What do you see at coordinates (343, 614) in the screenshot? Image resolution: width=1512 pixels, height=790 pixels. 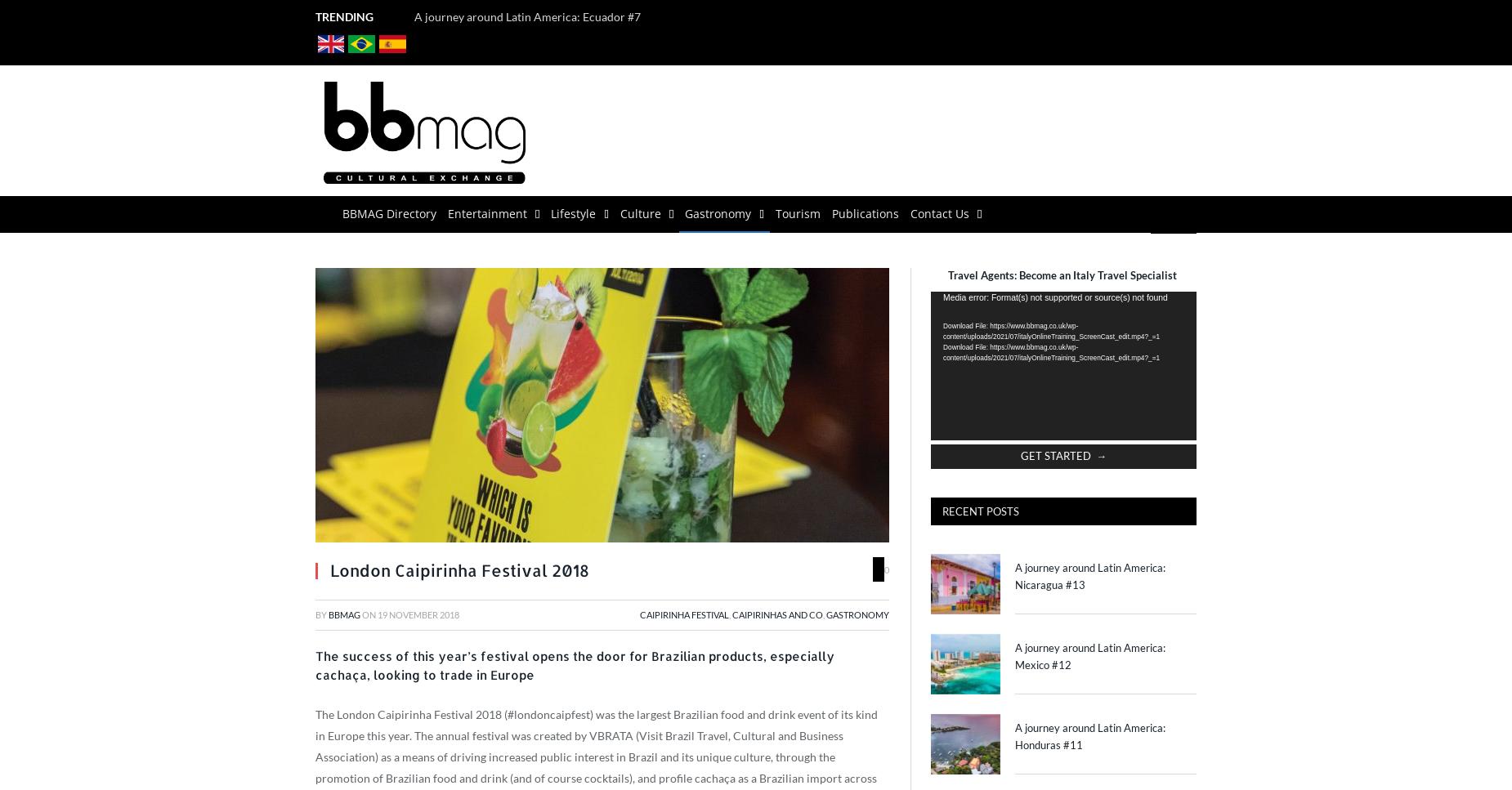 I see `'BBMag'` at bounding box center [343, 614].